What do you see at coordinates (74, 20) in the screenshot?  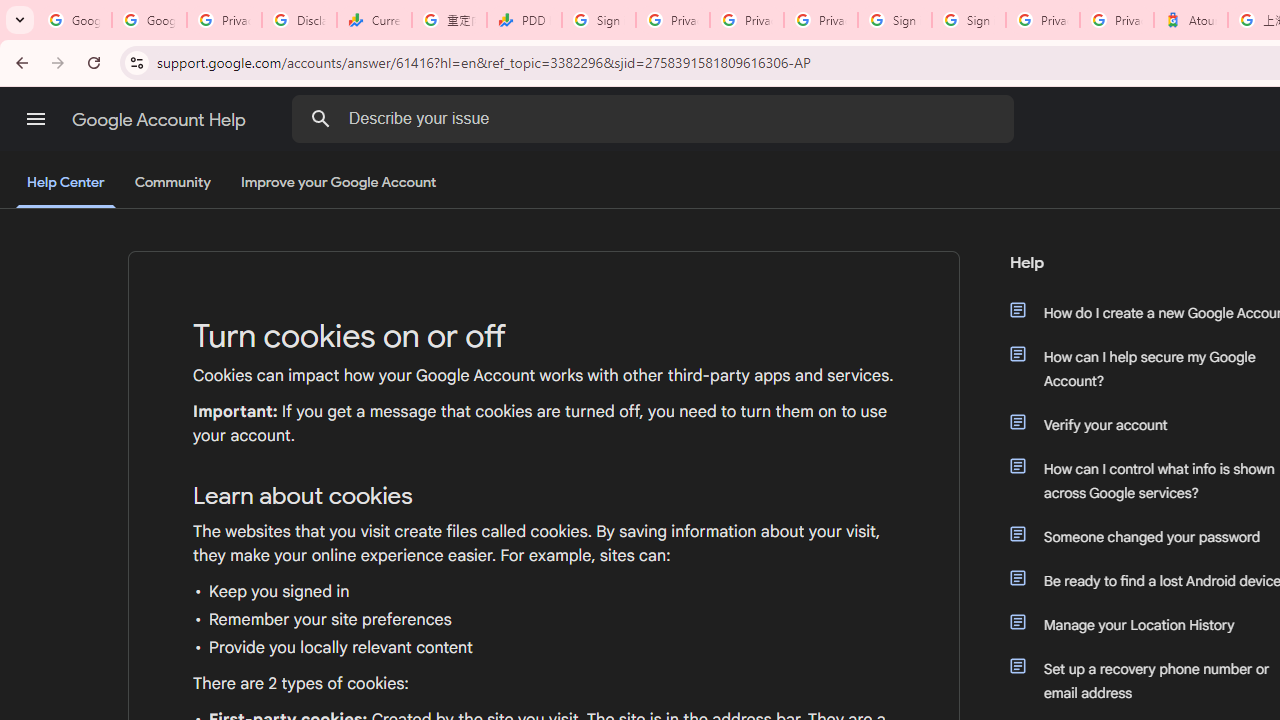 I see `'Google Workspace Admin Community'` at bounding box center [74, 20].